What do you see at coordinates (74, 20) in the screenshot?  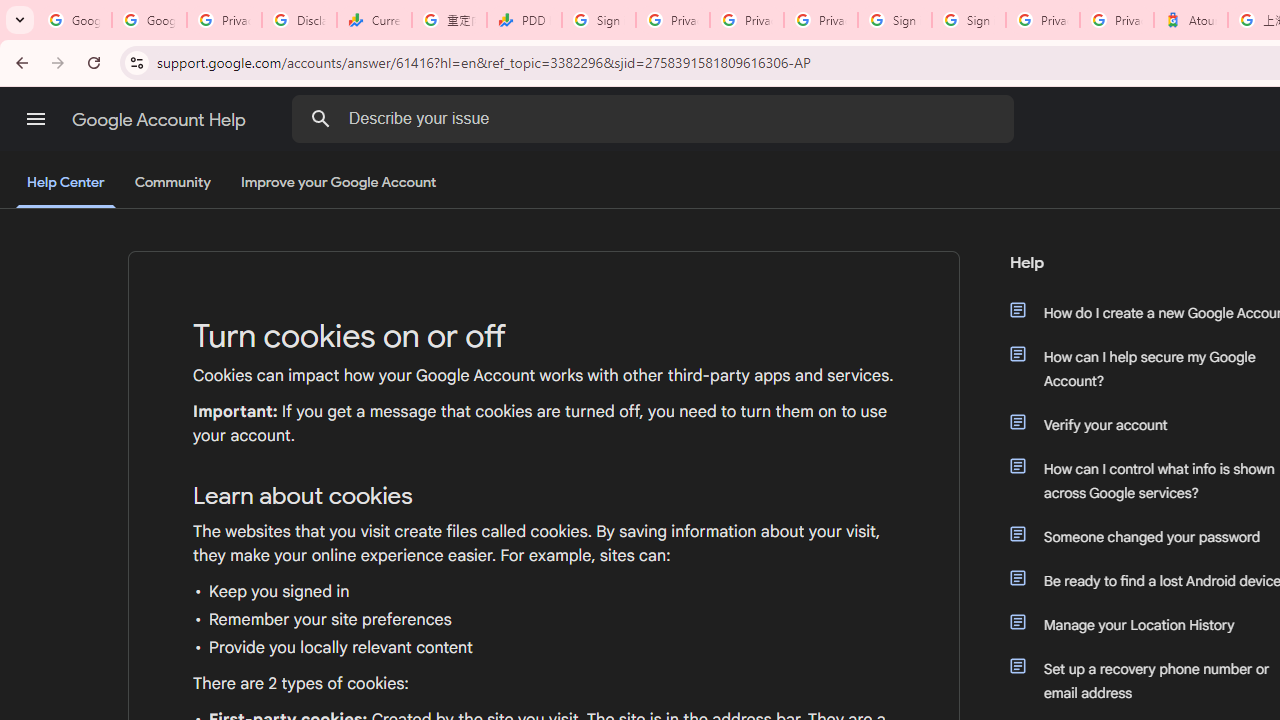 I see `'Google Workspace Admin Community'` at bounding box center [74, 20].